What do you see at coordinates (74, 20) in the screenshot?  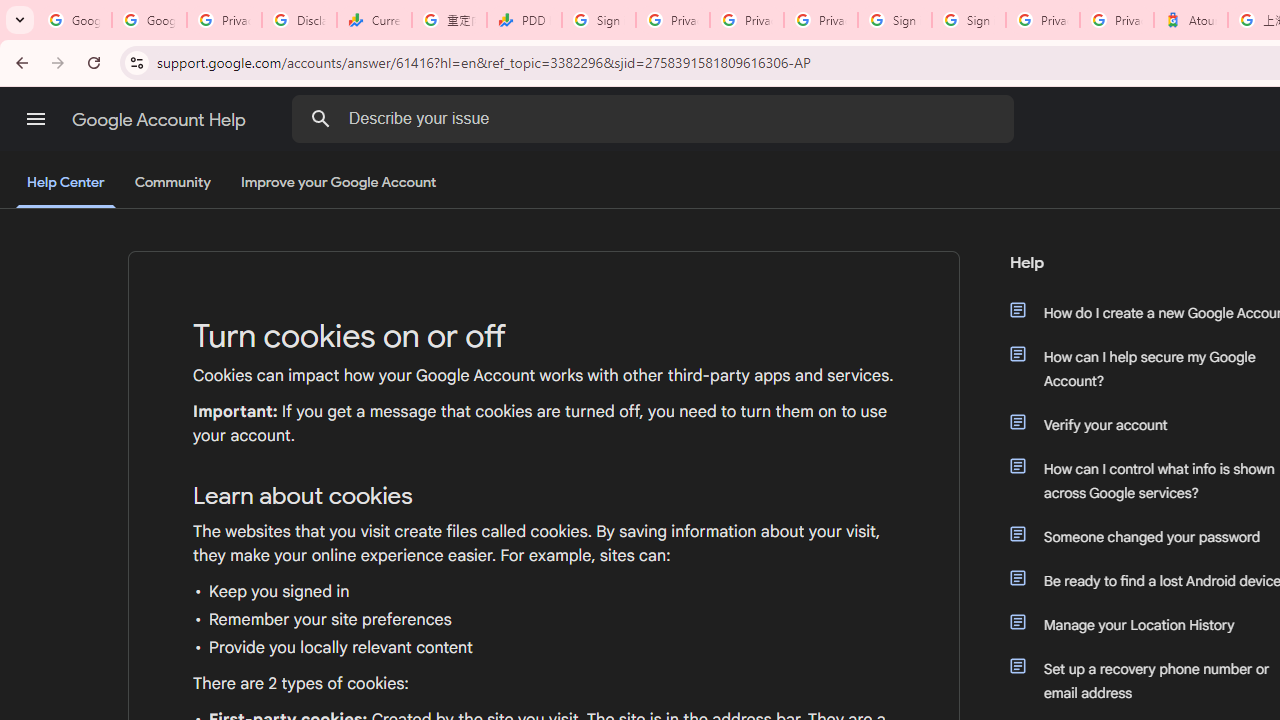 I see `'Google Workspace Admin Community'` at bounding box center [74, 20].